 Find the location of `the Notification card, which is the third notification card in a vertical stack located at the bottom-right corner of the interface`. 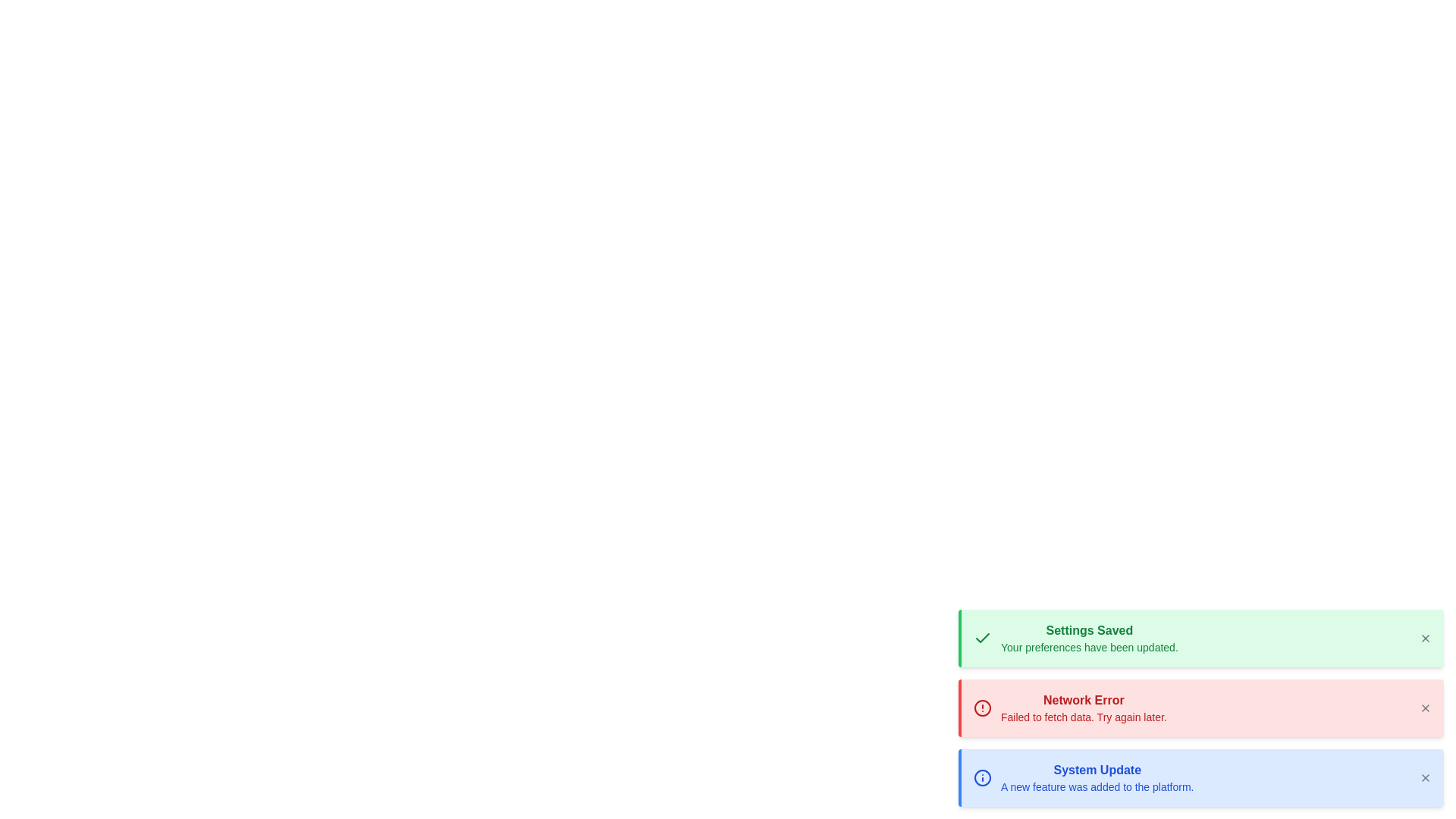

the Notification card, which is the third notification card in a vertical stack located at the bottom-right corner of the interface is located at coordinates (1200, 778).